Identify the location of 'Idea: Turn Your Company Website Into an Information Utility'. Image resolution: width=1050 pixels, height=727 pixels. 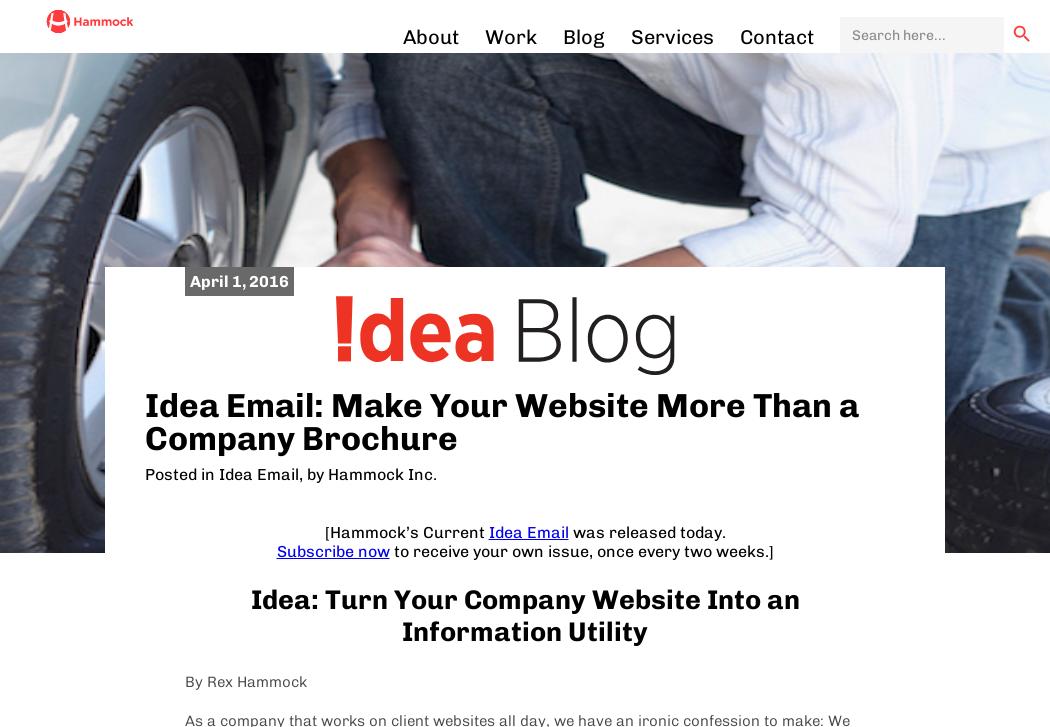
(523, 613).